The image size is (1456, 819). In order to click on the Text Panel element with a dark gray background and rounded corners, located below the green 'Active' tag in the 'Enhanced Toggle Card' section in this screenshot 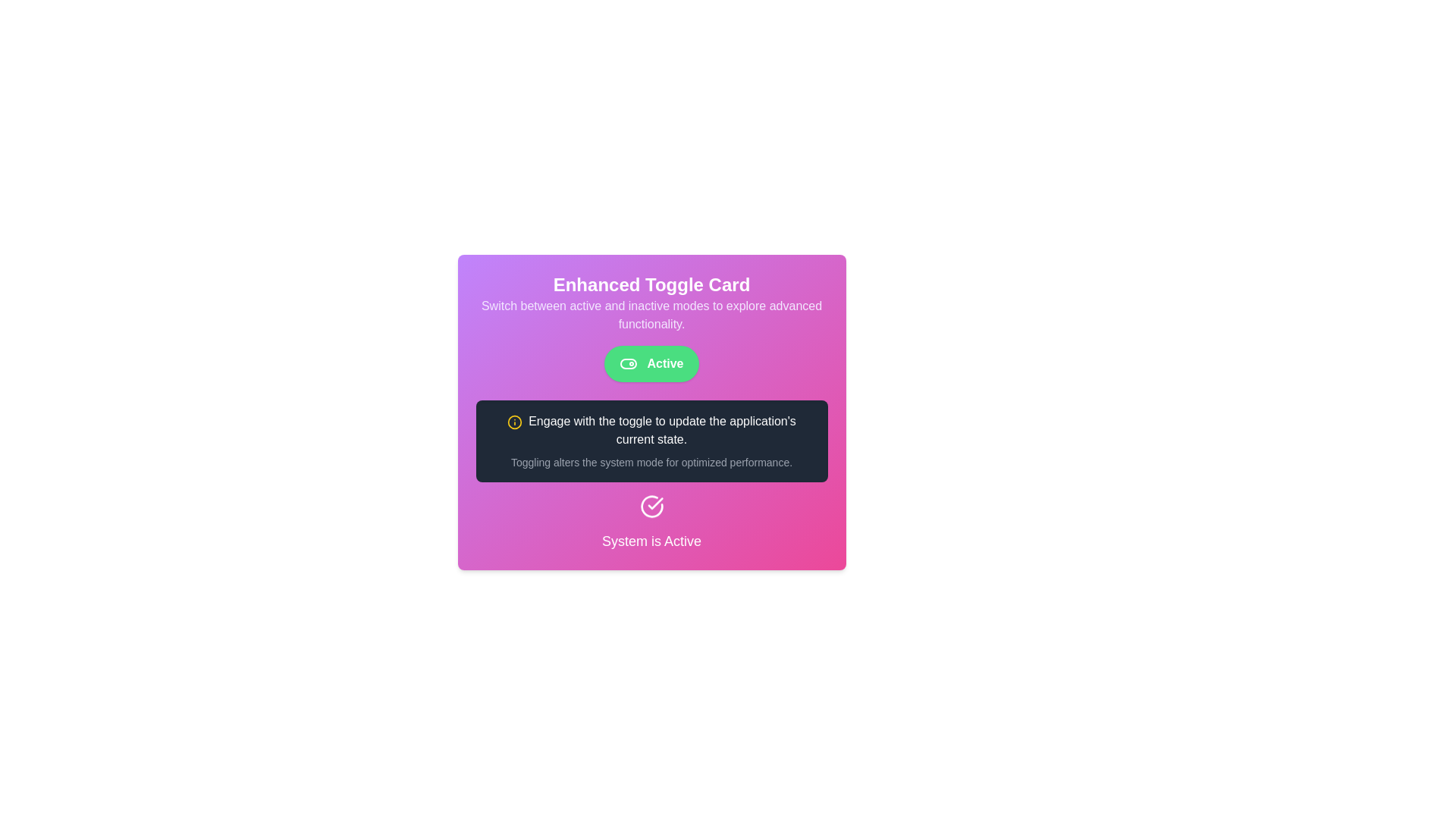, I will do `click(651, 441)`.